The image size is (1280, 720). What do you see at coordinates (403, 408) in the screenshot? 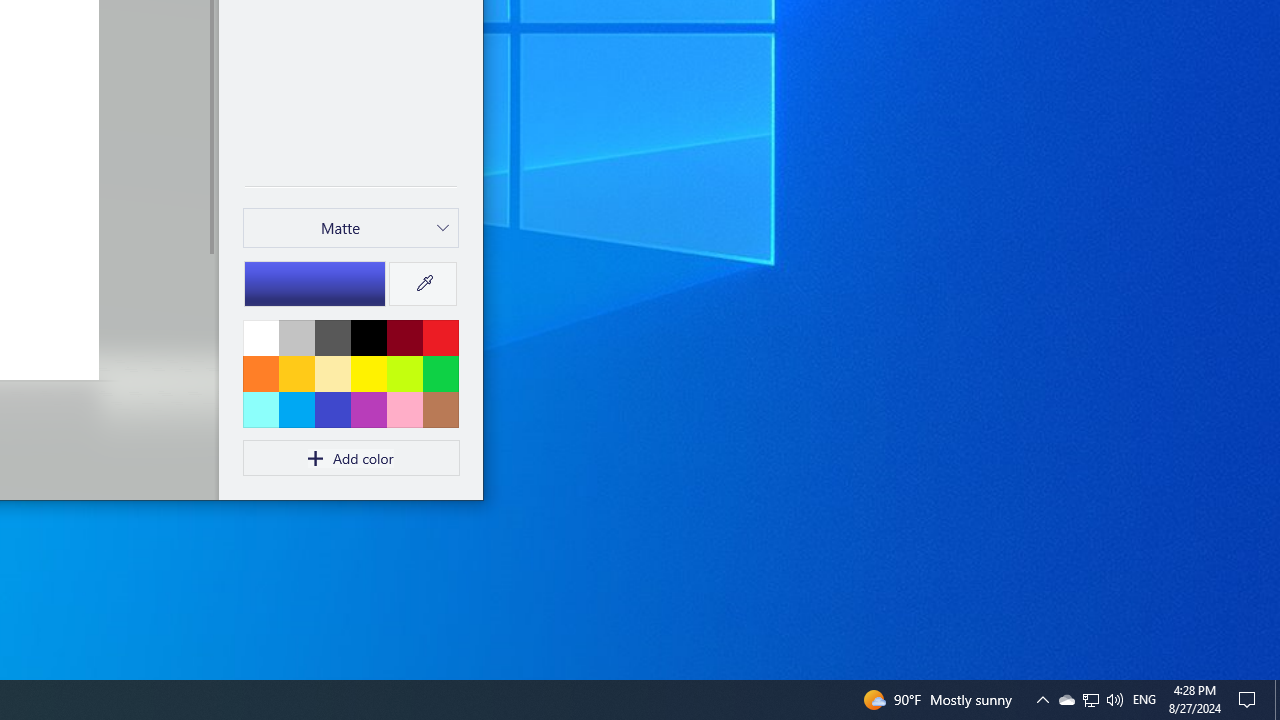
I see `'Rose'` at bounding box center [403, 408].